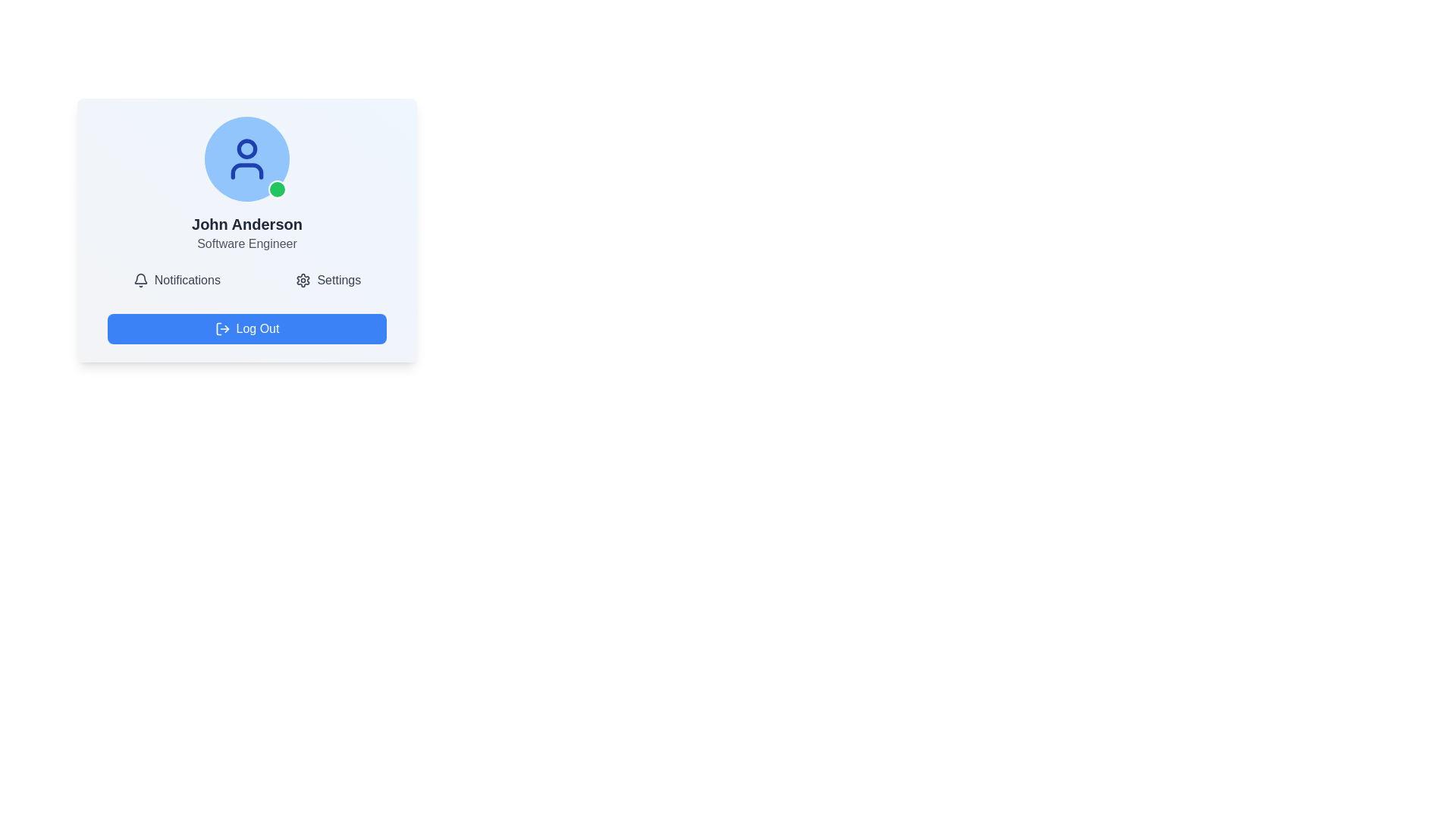 The image size is (1456, 819). I want to click on the 'Notifications' button which features a bell icon and gray text, so click(177, 281).